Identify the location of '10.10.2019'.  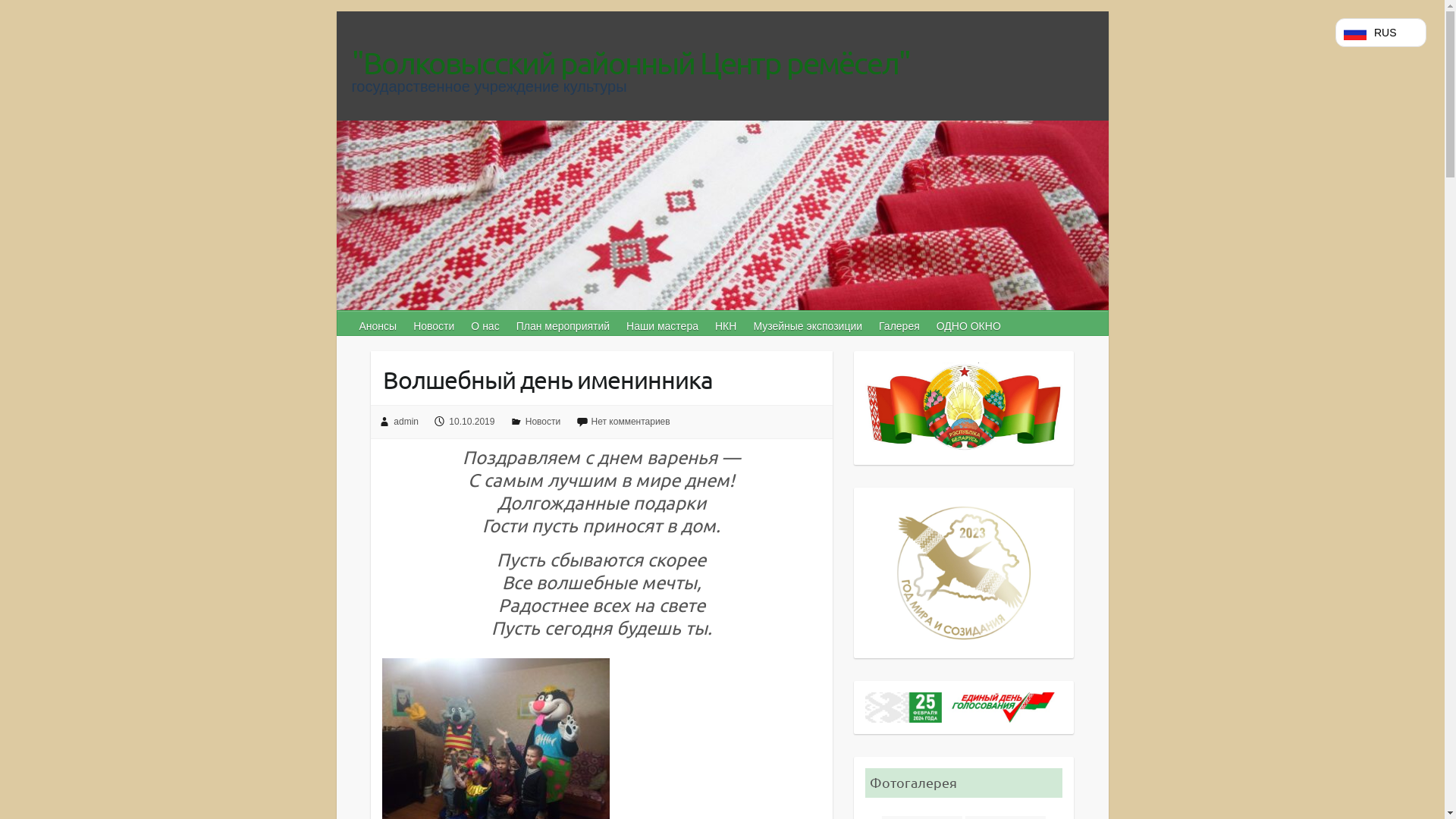
(471, 421).